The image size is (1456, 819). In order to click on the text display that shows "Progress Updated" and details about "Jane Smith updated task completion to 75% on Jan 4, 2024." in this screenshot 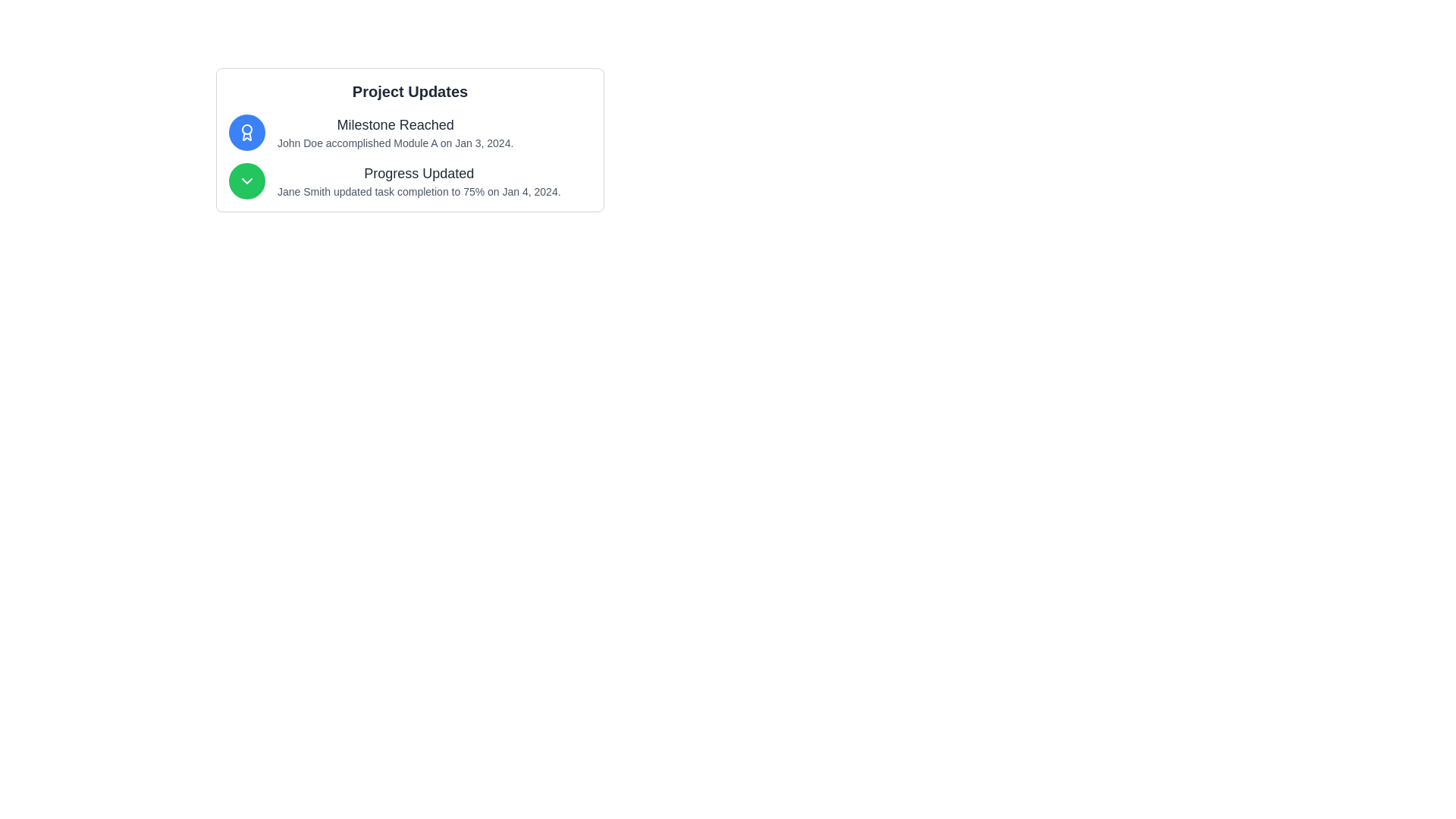, I will do `click(419, 180)`.